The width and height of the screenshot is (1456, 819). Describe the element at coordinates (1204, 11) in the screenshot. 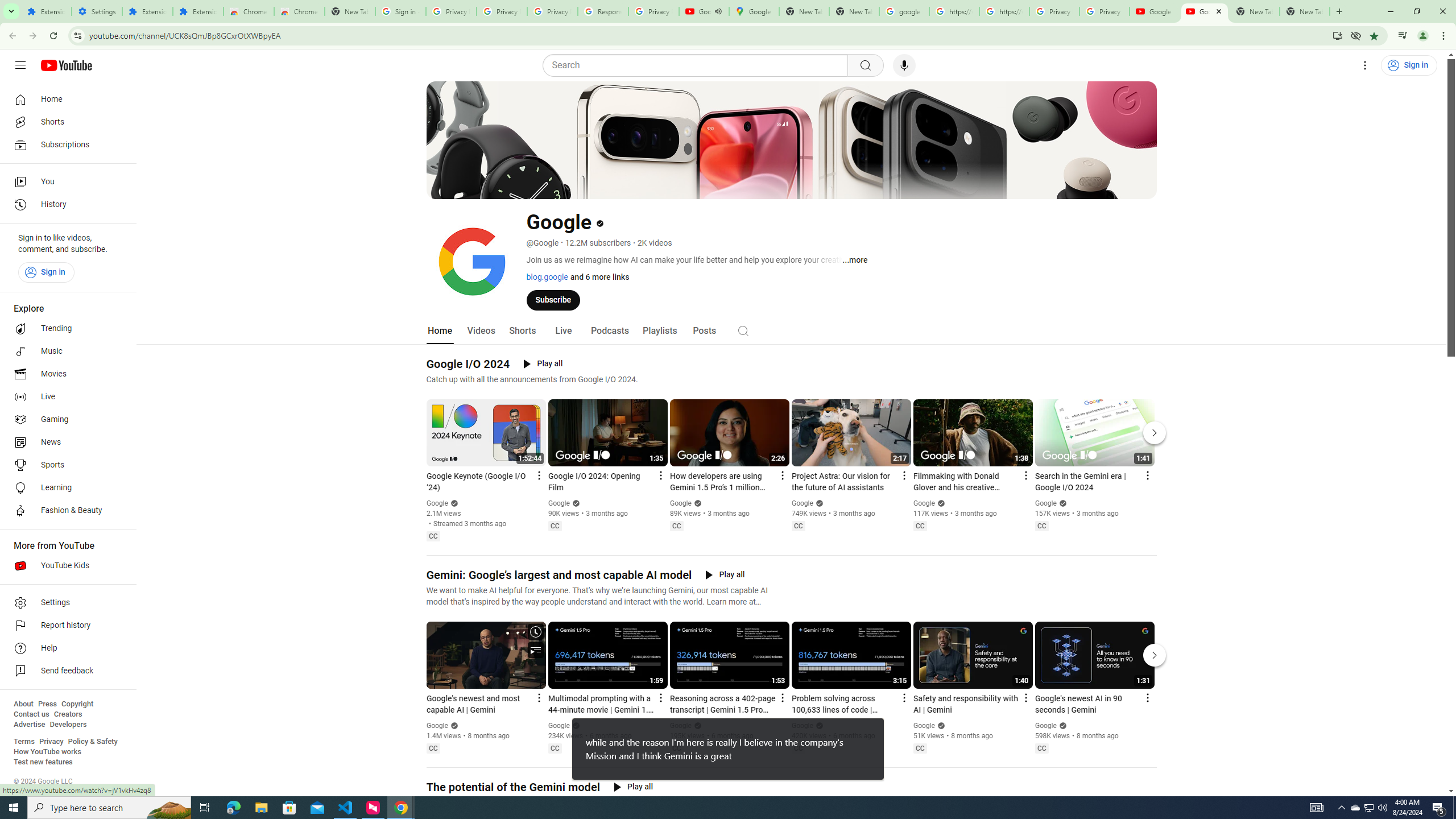

I see `'Google - YouTube'` at that location.